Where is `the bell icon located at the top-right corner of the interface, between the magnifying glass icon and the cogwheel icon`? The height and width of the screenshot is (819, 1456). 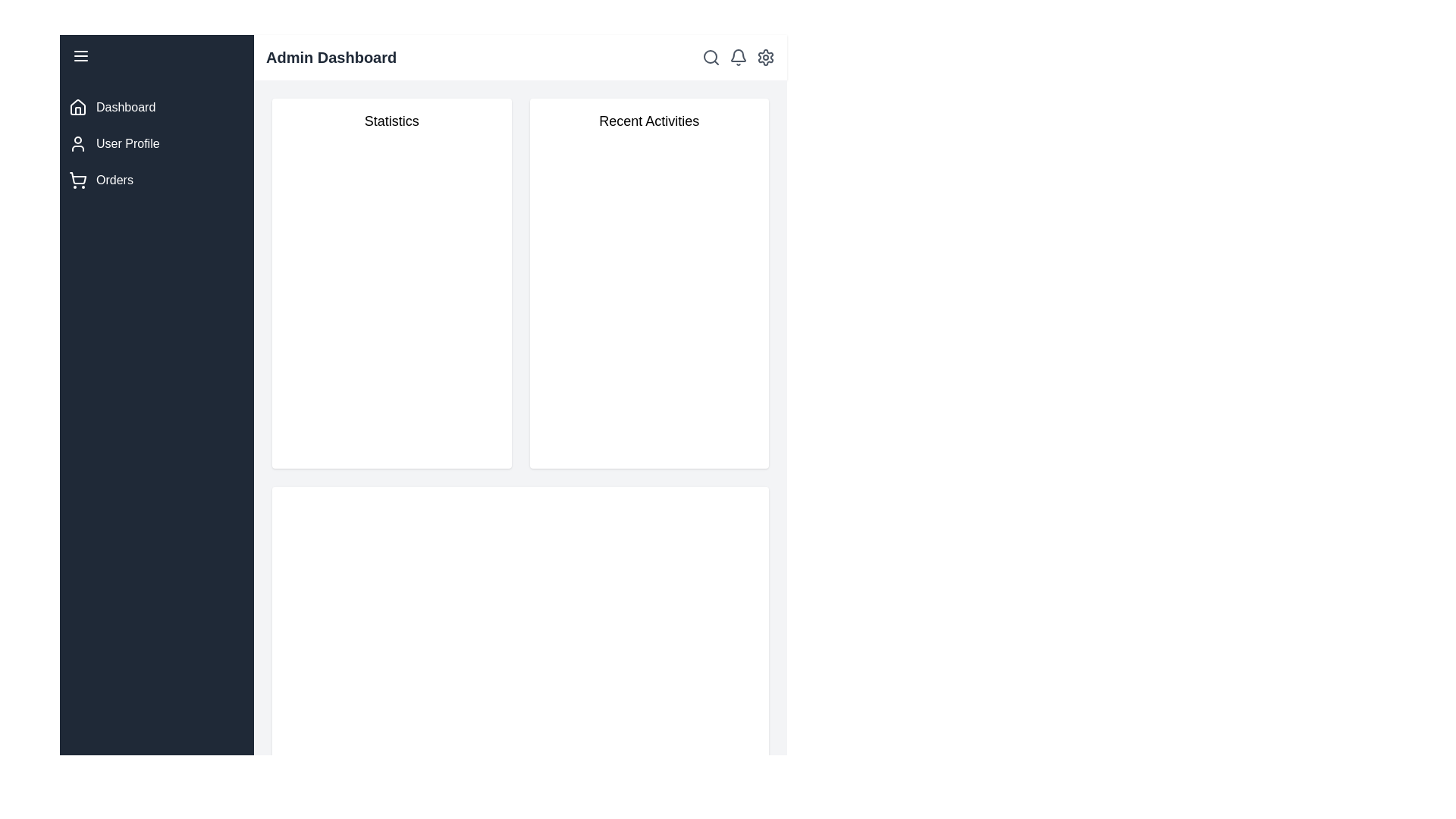
the bell icon located at the top-right corner of the interface, between the magnifying glass icon and the cogwheel icon is located at coordinates (739, 57).